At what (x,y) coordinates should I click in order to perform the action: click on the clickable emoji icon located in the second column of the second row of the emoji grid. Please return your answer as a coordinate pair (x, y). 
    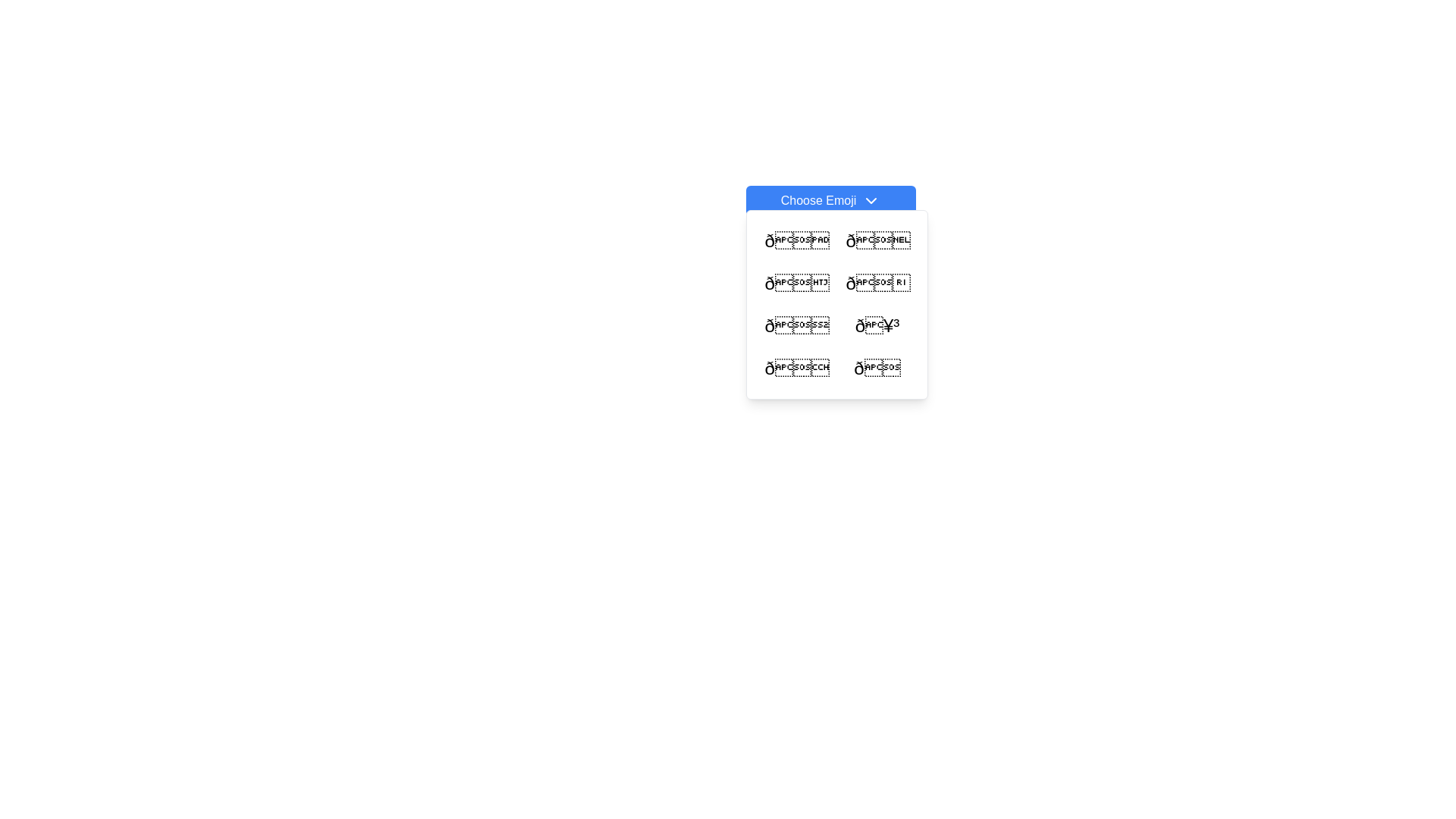
    Looking at the image, I should click on (877, 284).